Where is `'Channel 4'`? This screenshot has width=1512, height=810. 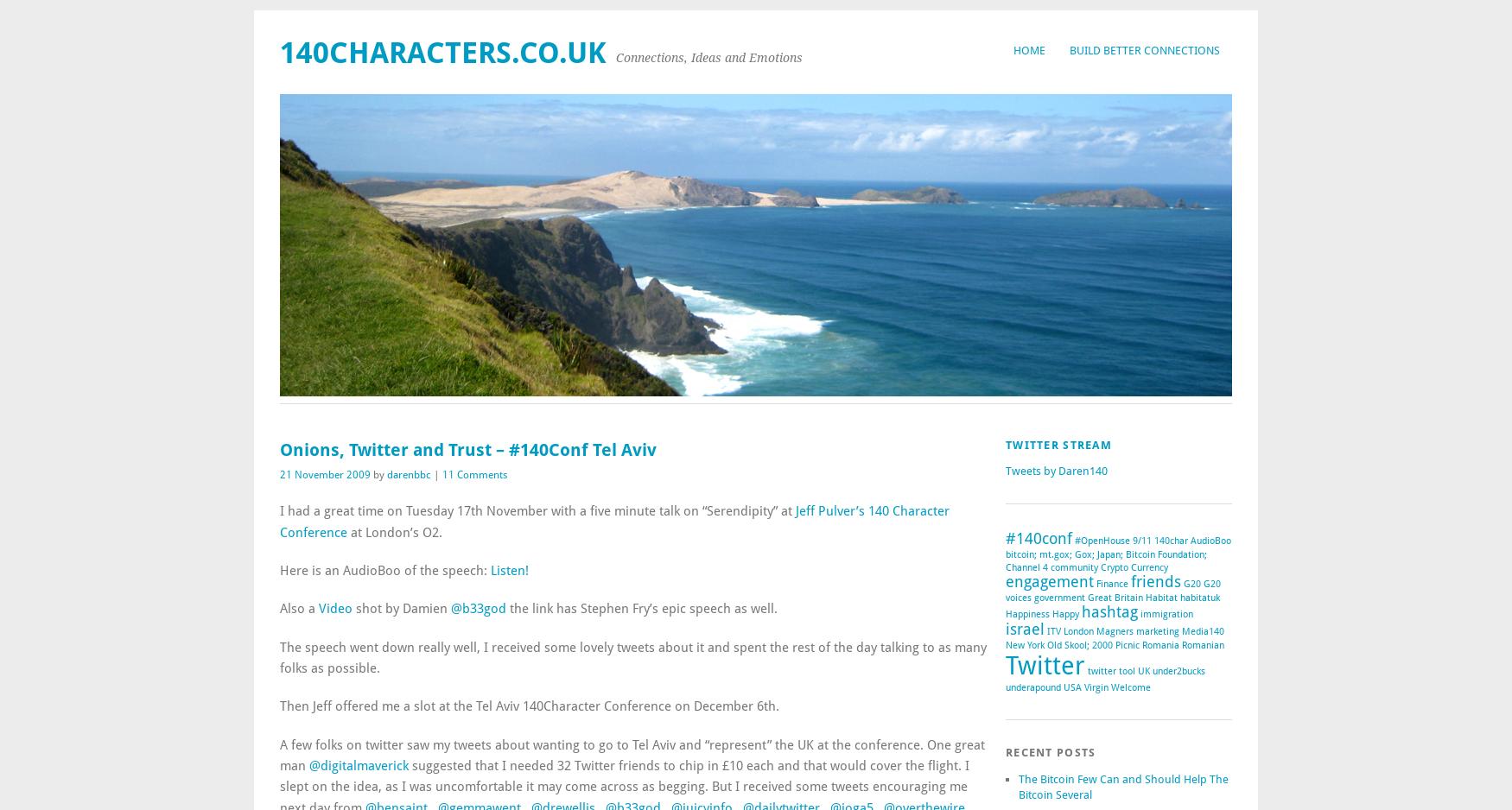
'Channel 4' is located at coordinates (1026, 566).